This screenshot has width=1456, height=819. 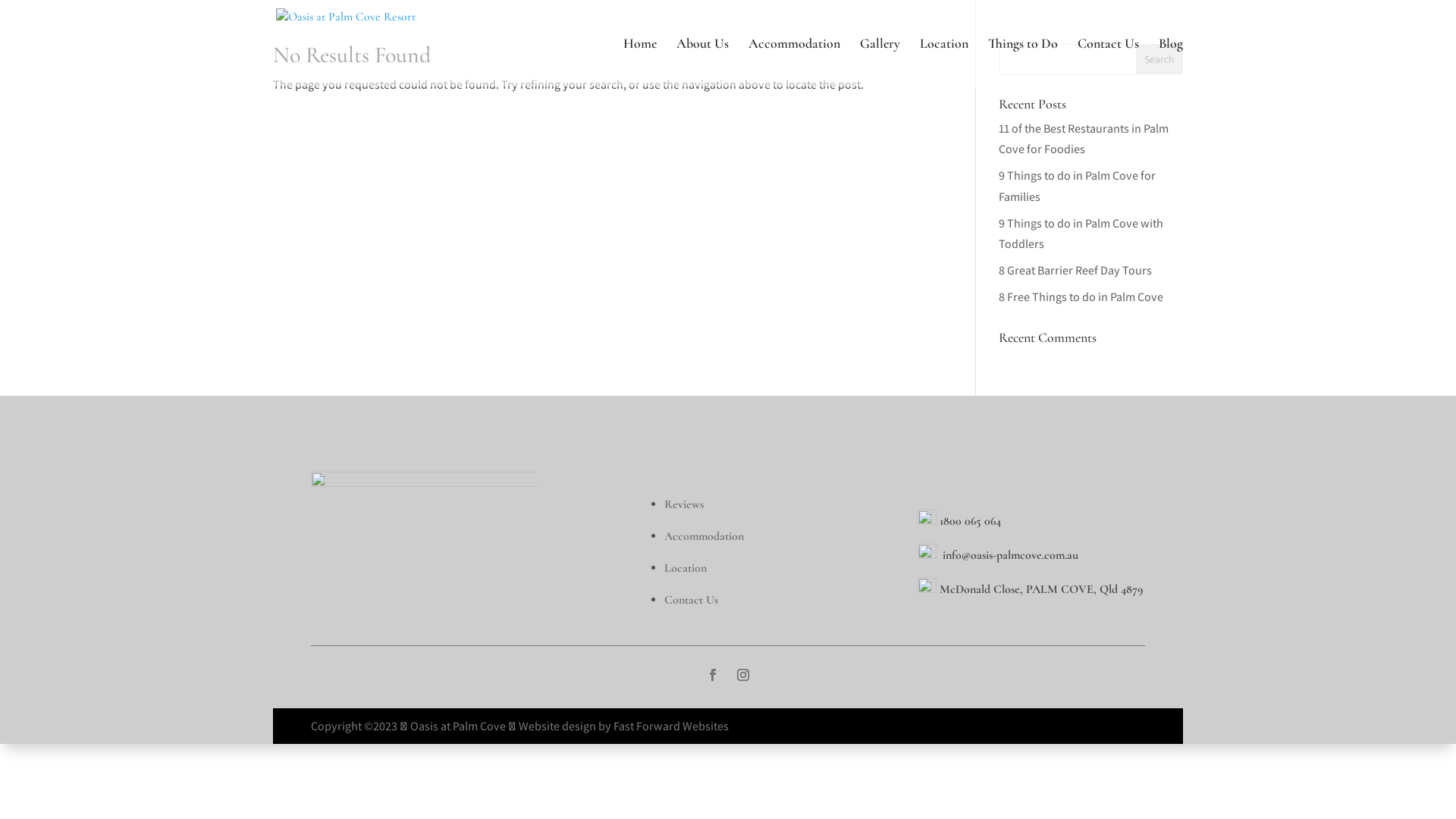 I want to click on 'Accommodation', so click(x=703, y=534).